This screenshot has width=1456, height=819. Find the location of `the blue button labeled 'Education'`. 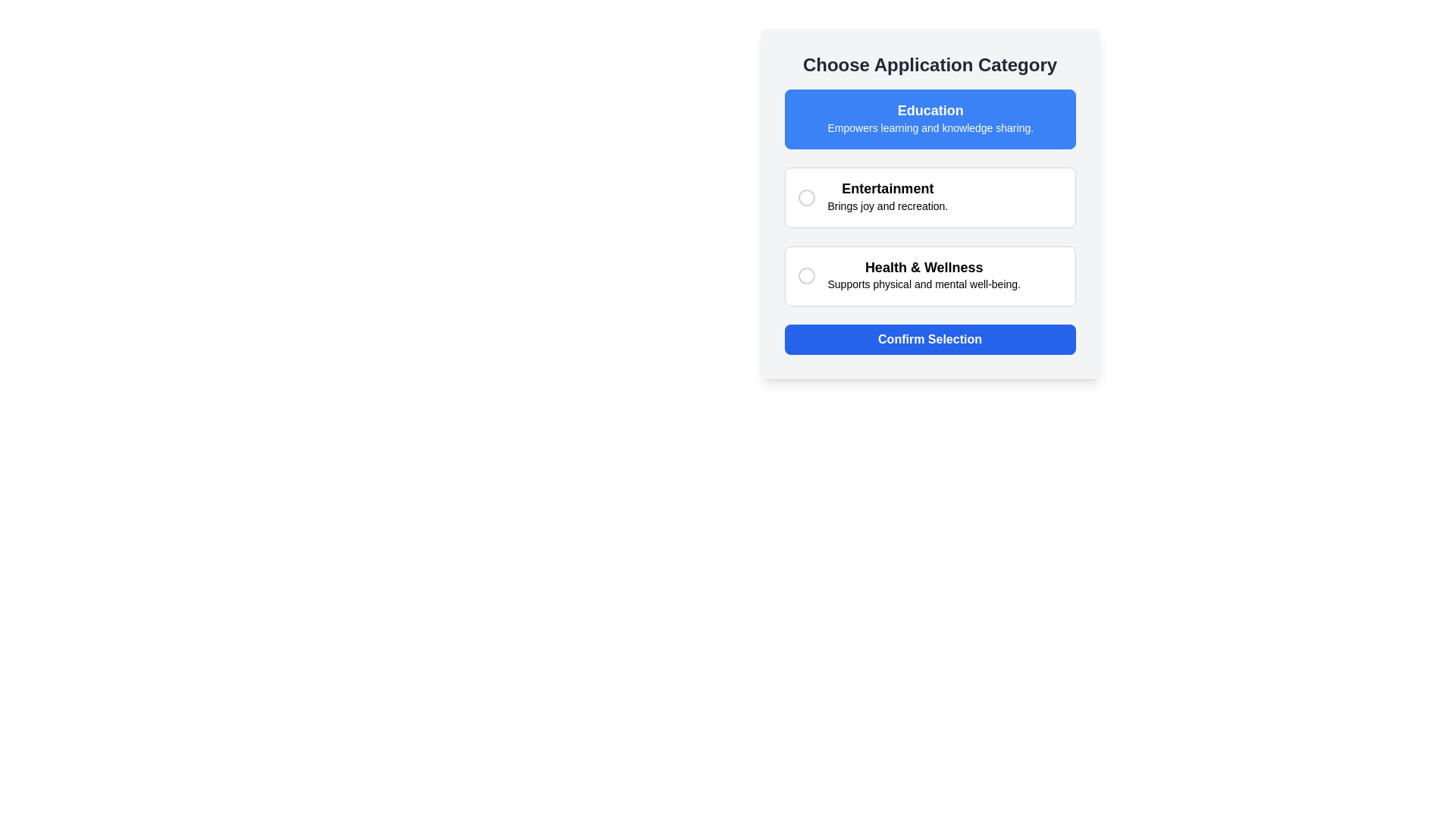

the blue button labeled 'Education' is located at coordinates (929, 118).